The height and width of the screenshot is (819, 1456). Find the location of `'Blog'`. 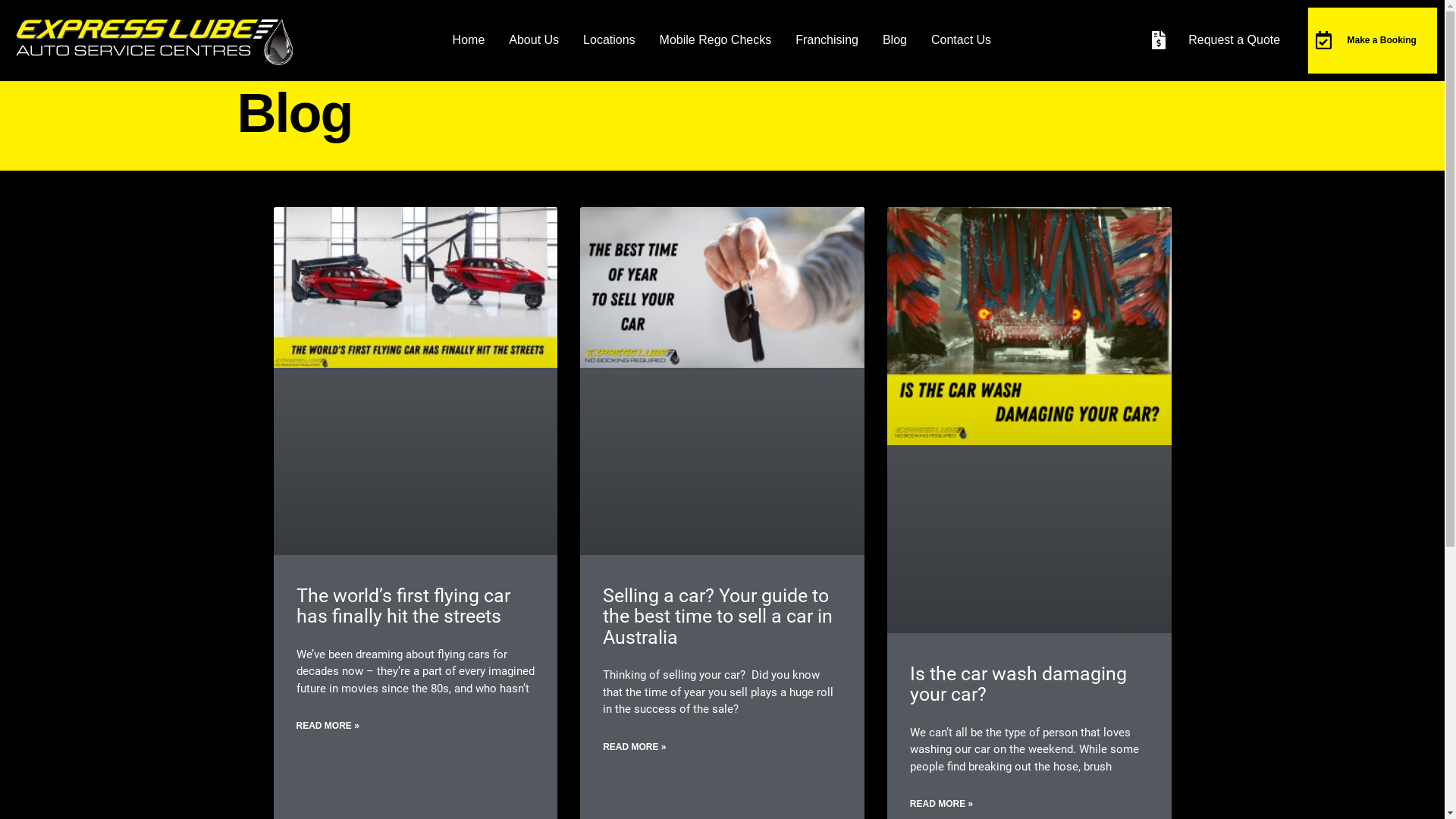

'Blog' is located at coordinates (895, 39).